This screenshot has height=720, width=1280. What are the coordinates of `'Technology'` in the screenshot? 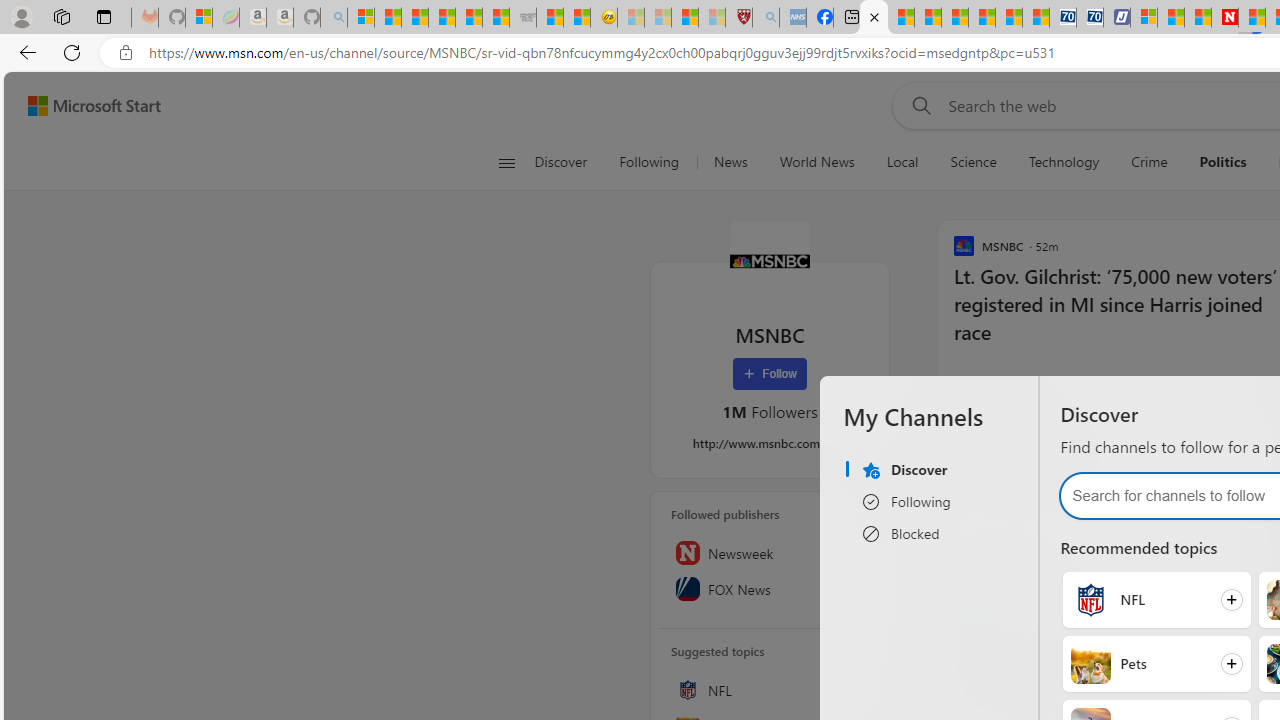 It's located at (1062, 162).